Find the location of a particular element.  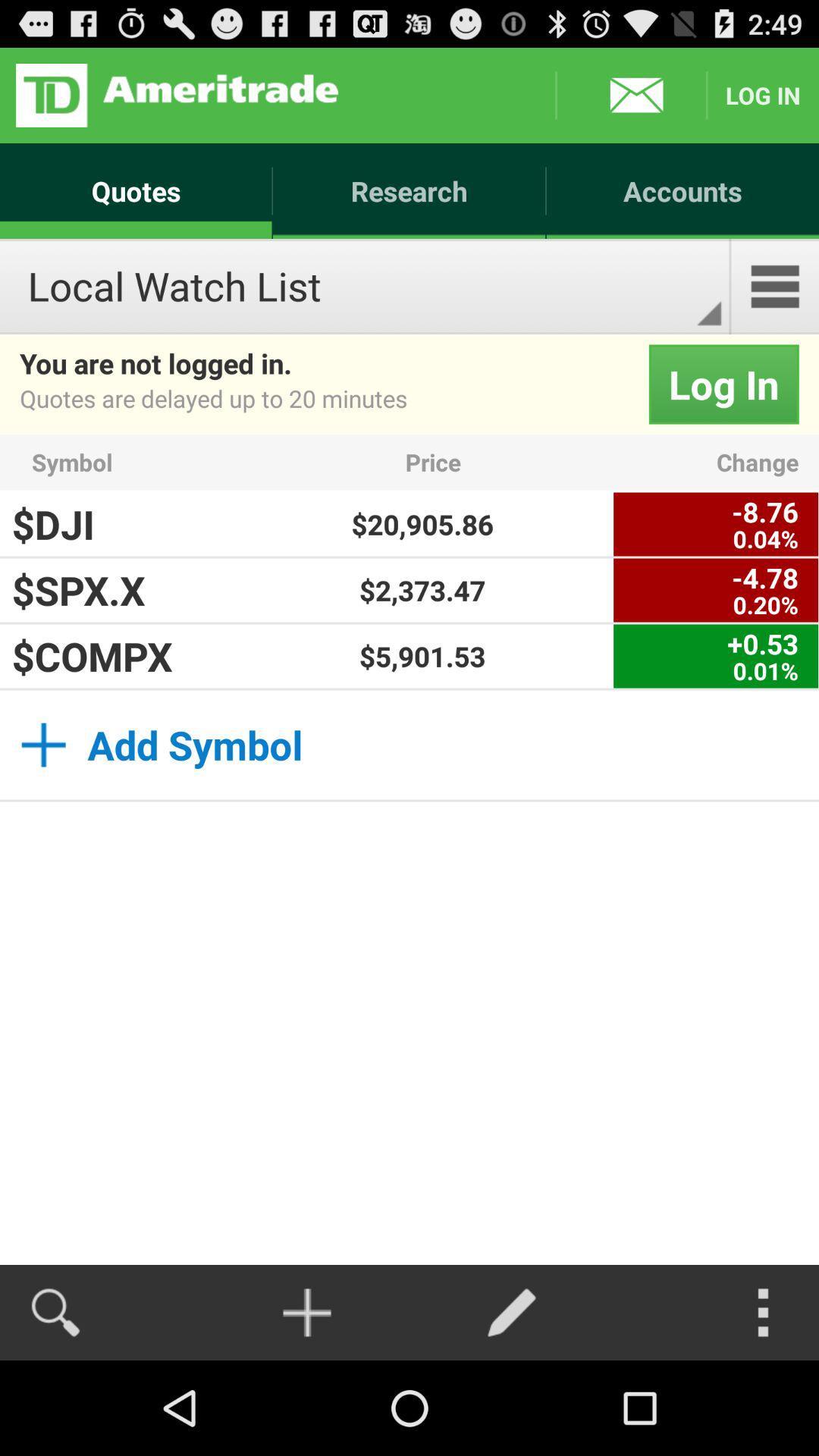

the icon to the right of the quotes icon is located at coordinates (408, 190).